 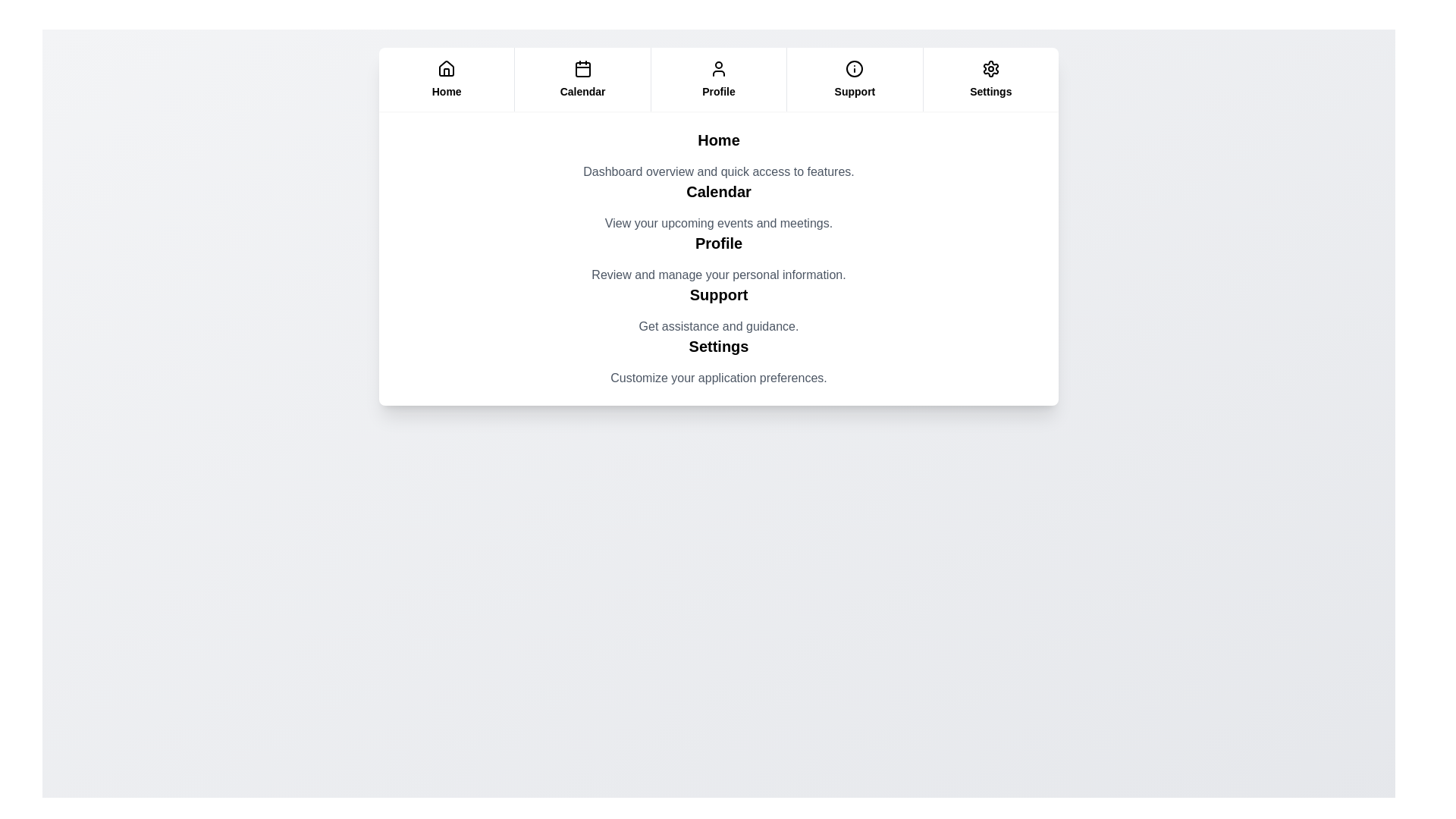 What do you see at coordinates (718, 171) in the screenshot?
I see `the text label that provides an overview of the dashboard's purpose and features, located directly below the 'Home' heading` at bounding box center [718, 171].